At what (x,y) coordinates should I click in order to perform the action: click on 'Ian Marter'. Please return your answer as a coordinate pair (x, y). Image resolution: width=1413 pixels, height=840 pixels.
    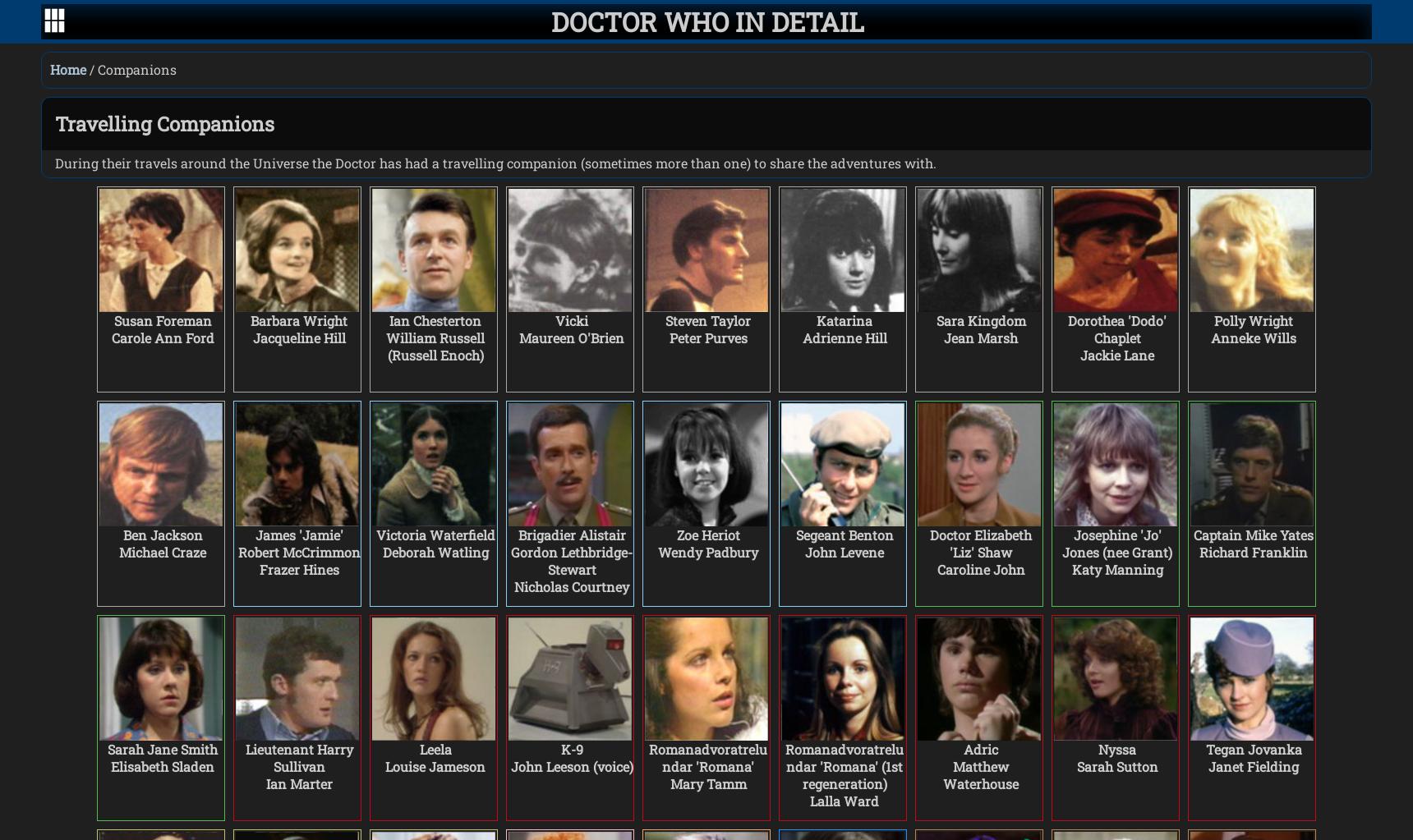
    Looking at the image, I should click on (265, 783).